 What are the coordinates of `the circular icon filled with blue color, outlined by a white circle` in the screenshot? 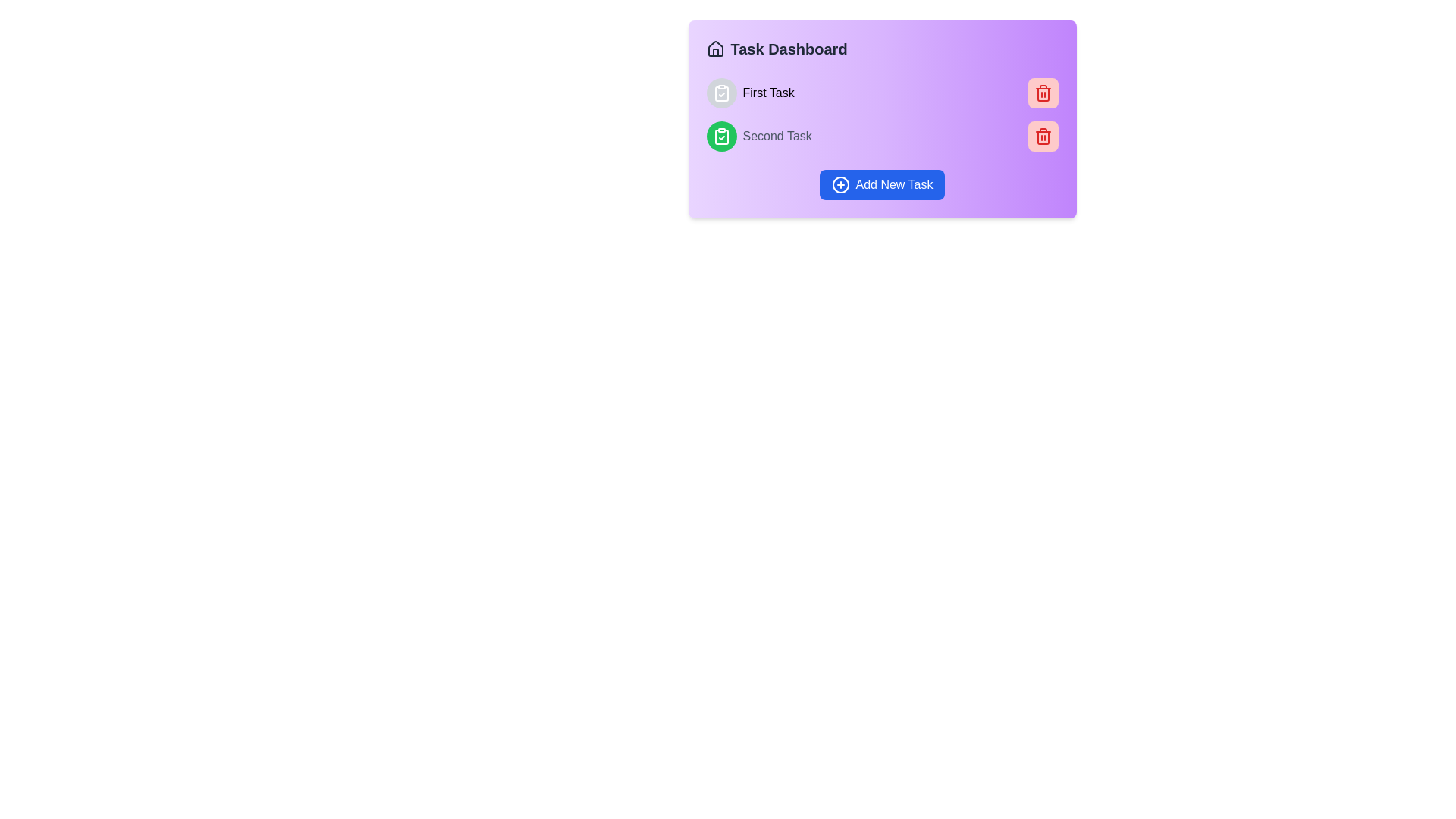 It's located at (839, 184).